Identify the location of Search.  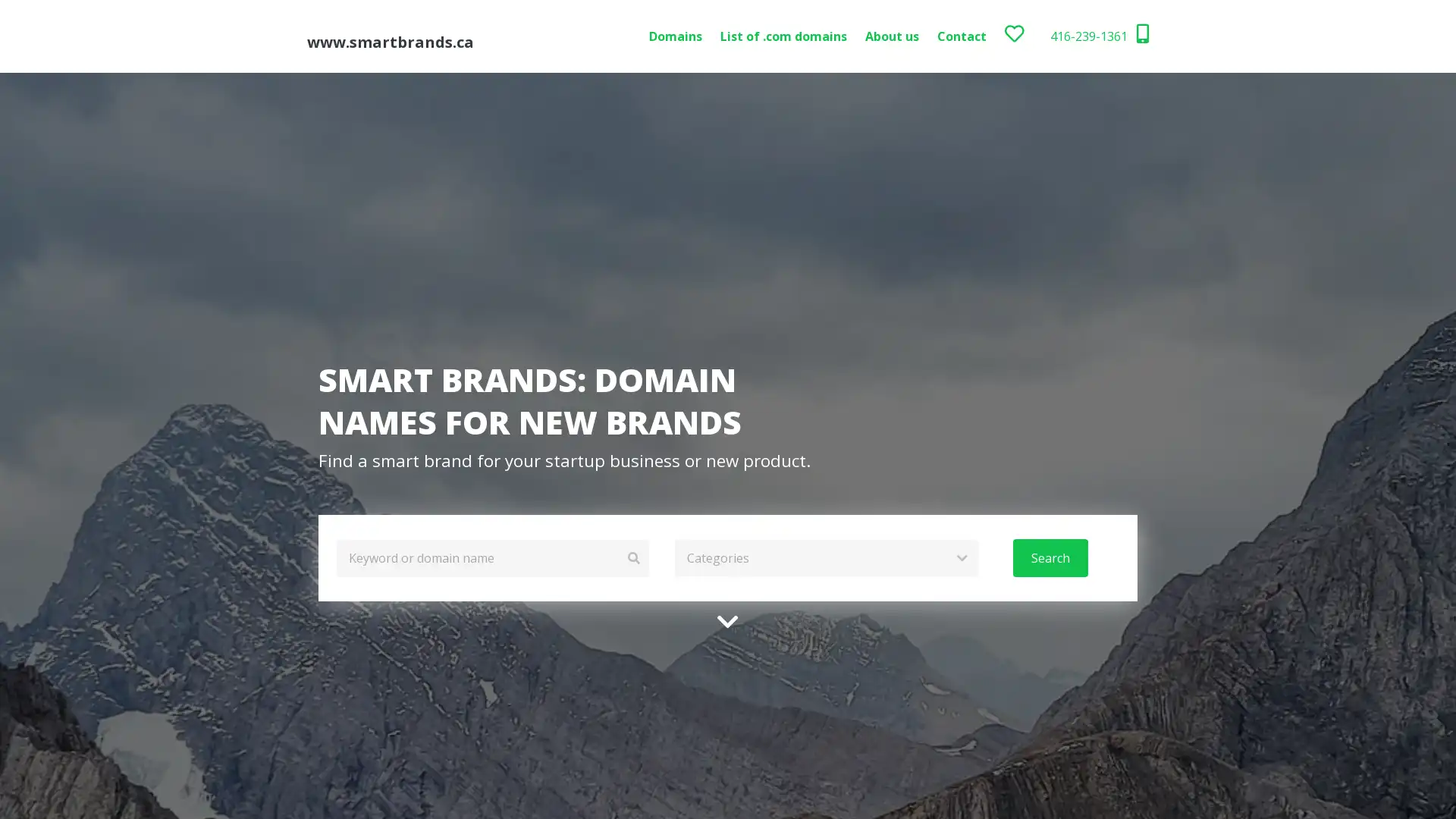
(1049, 557).